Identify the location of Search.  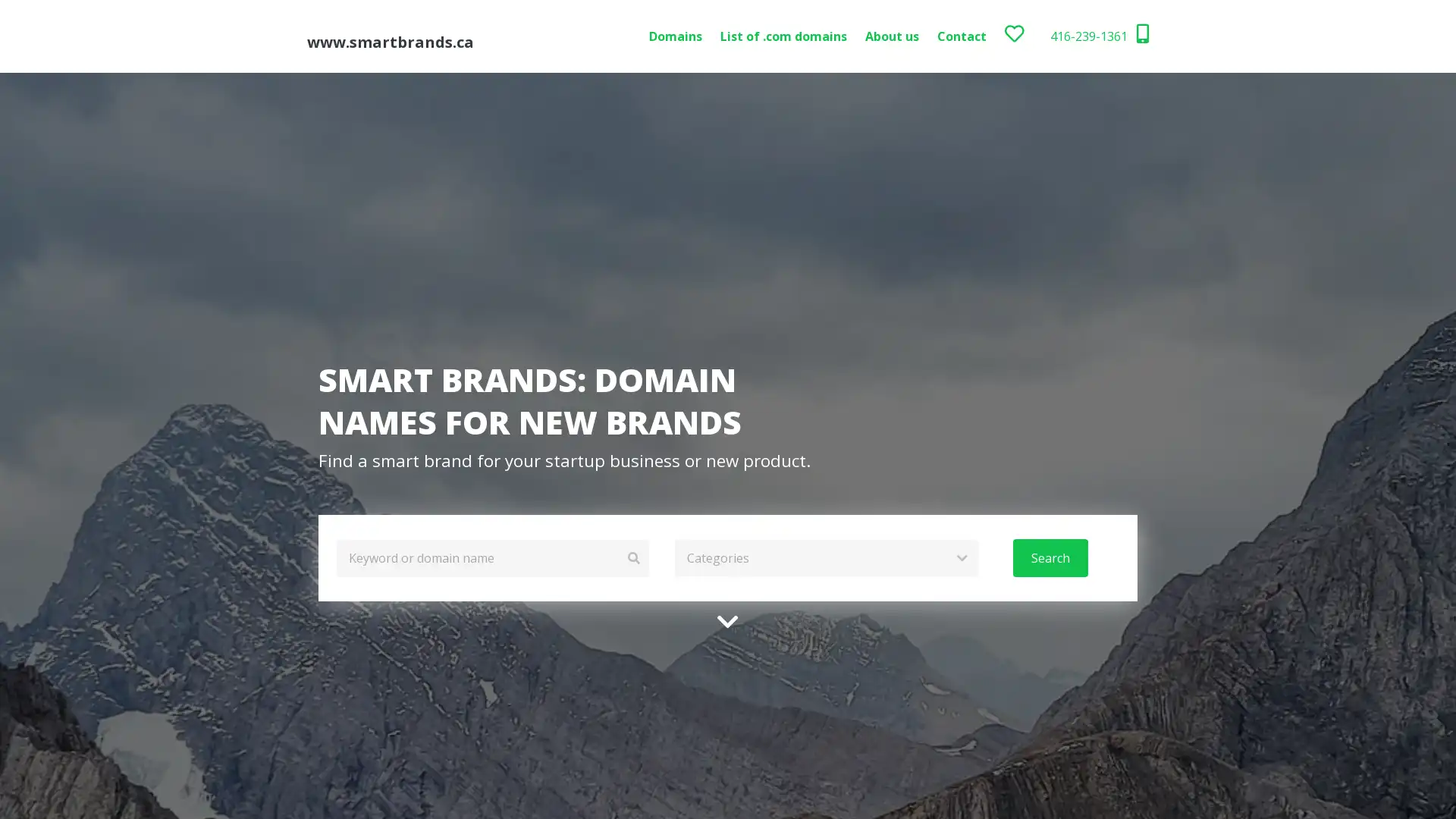
(1049, 557).